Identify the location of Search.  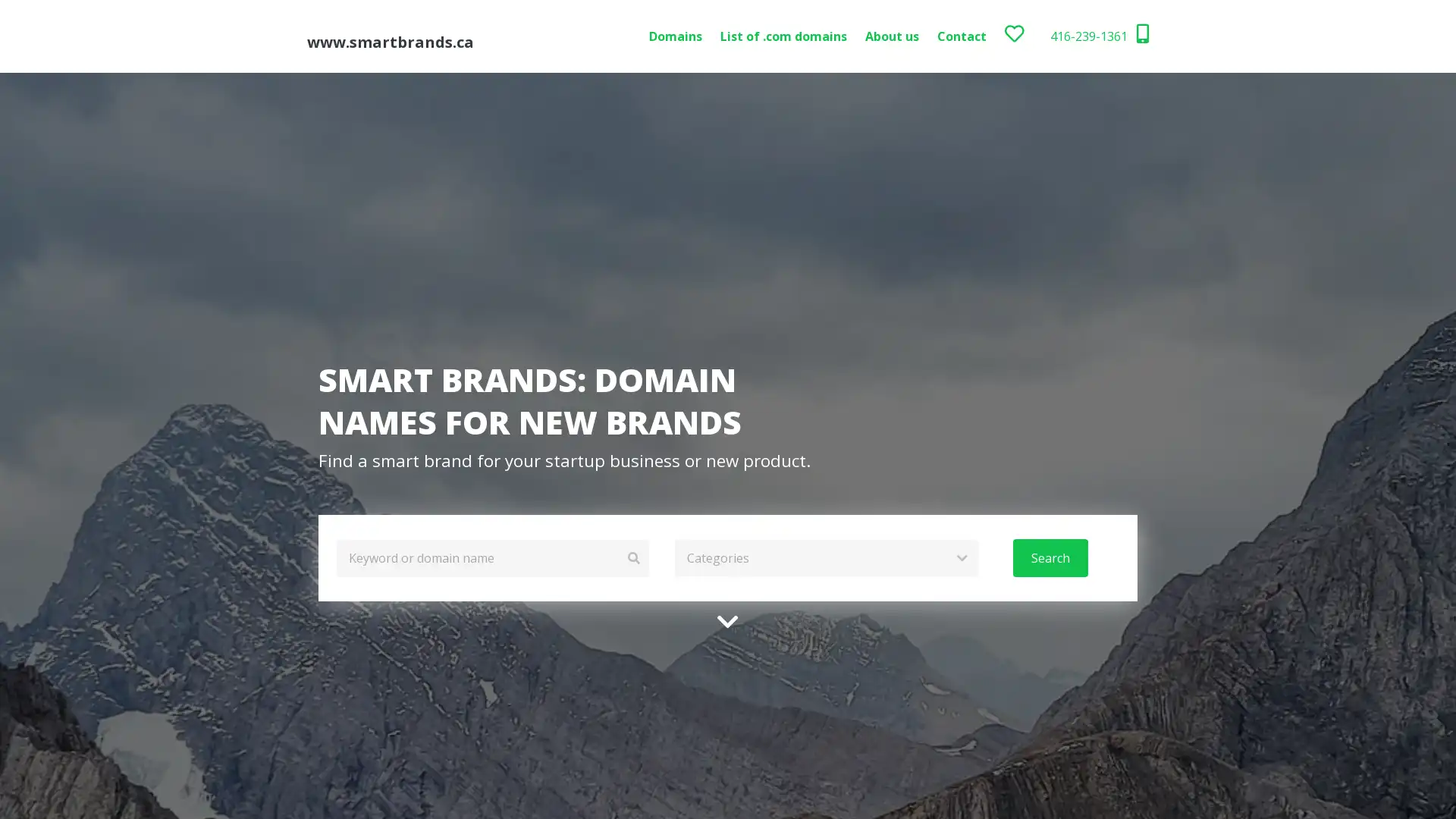
(1049, 557).